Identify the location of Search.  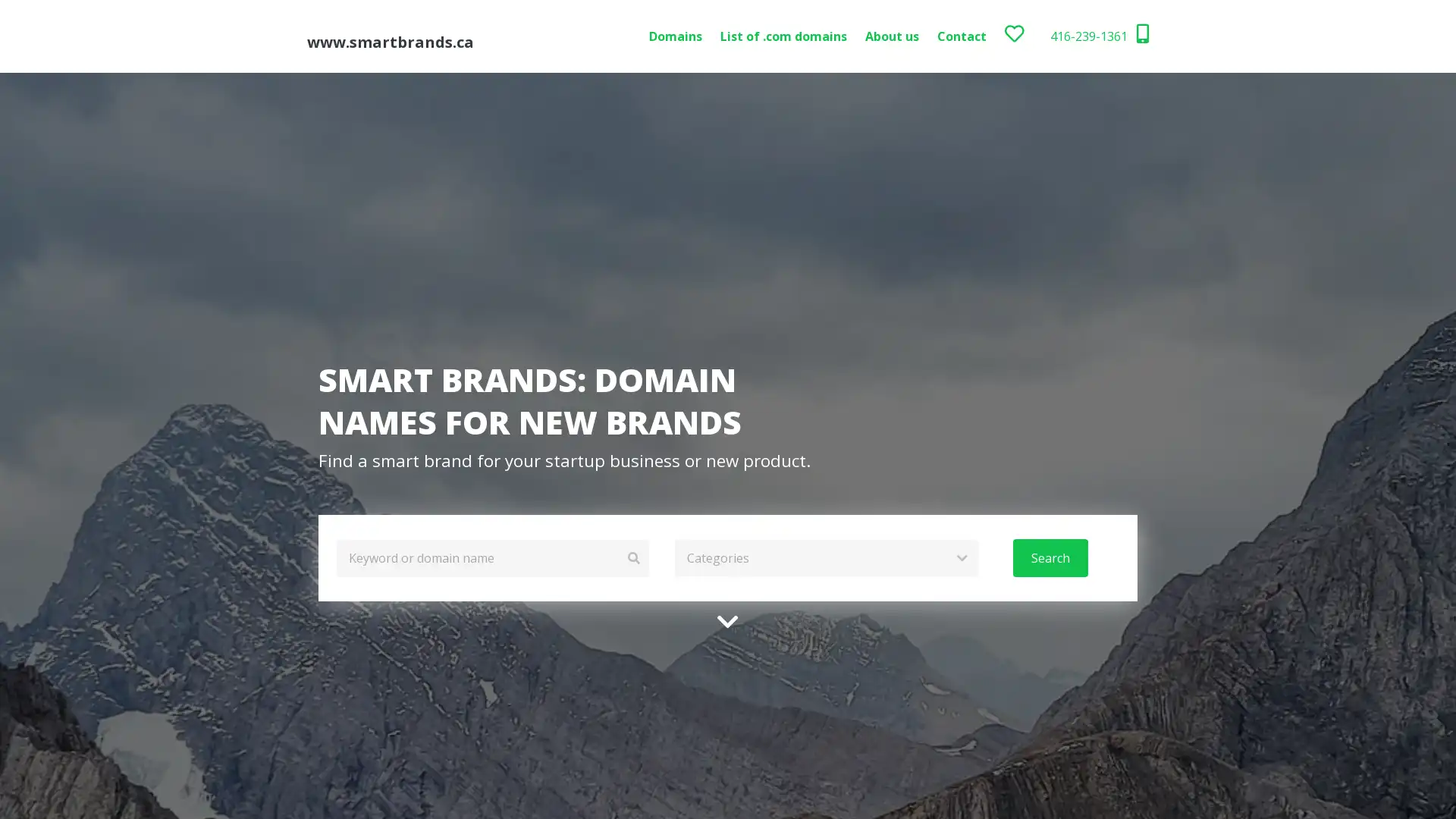
(1049, 557).